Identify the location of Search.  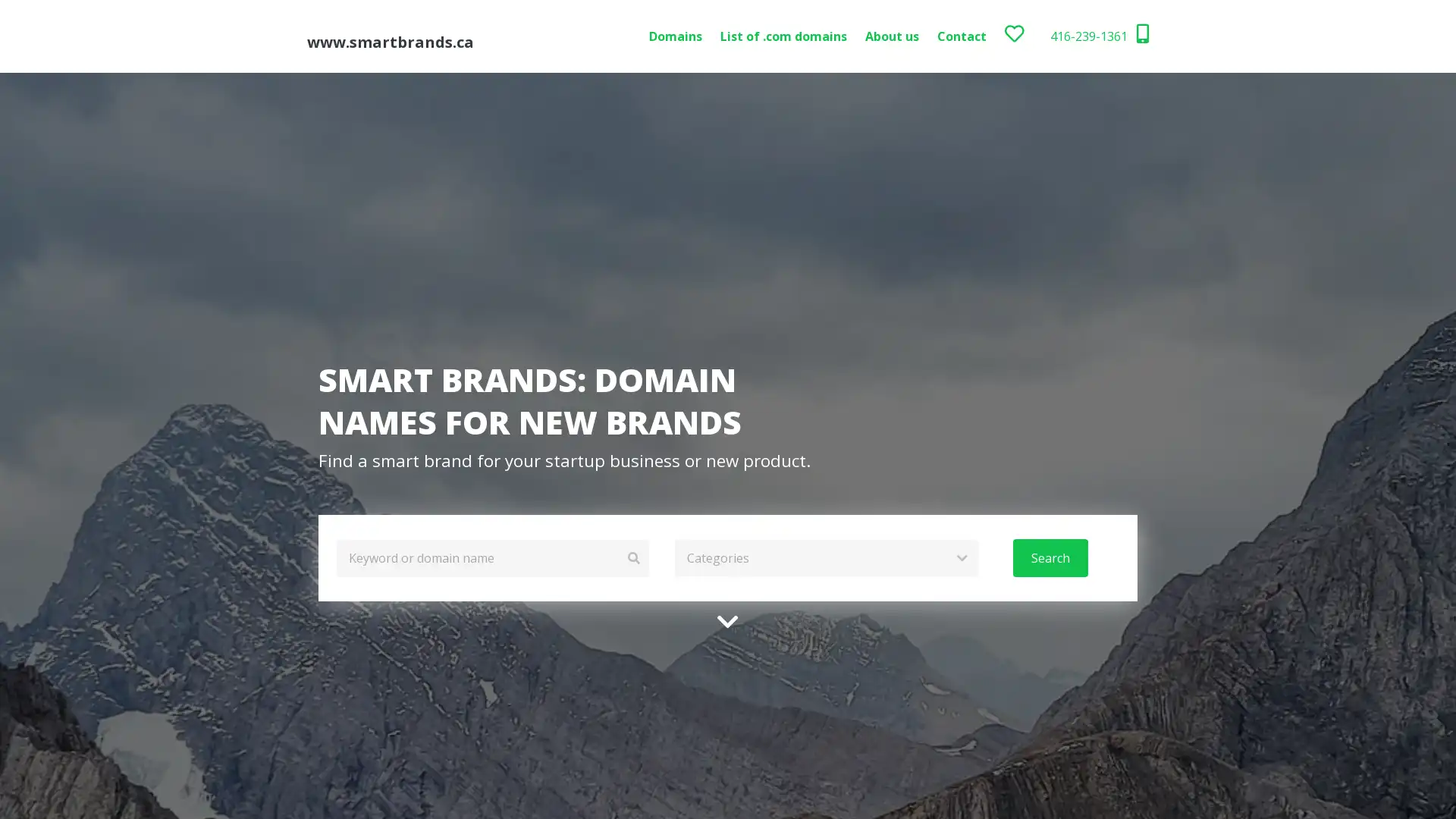
(1049, 557).